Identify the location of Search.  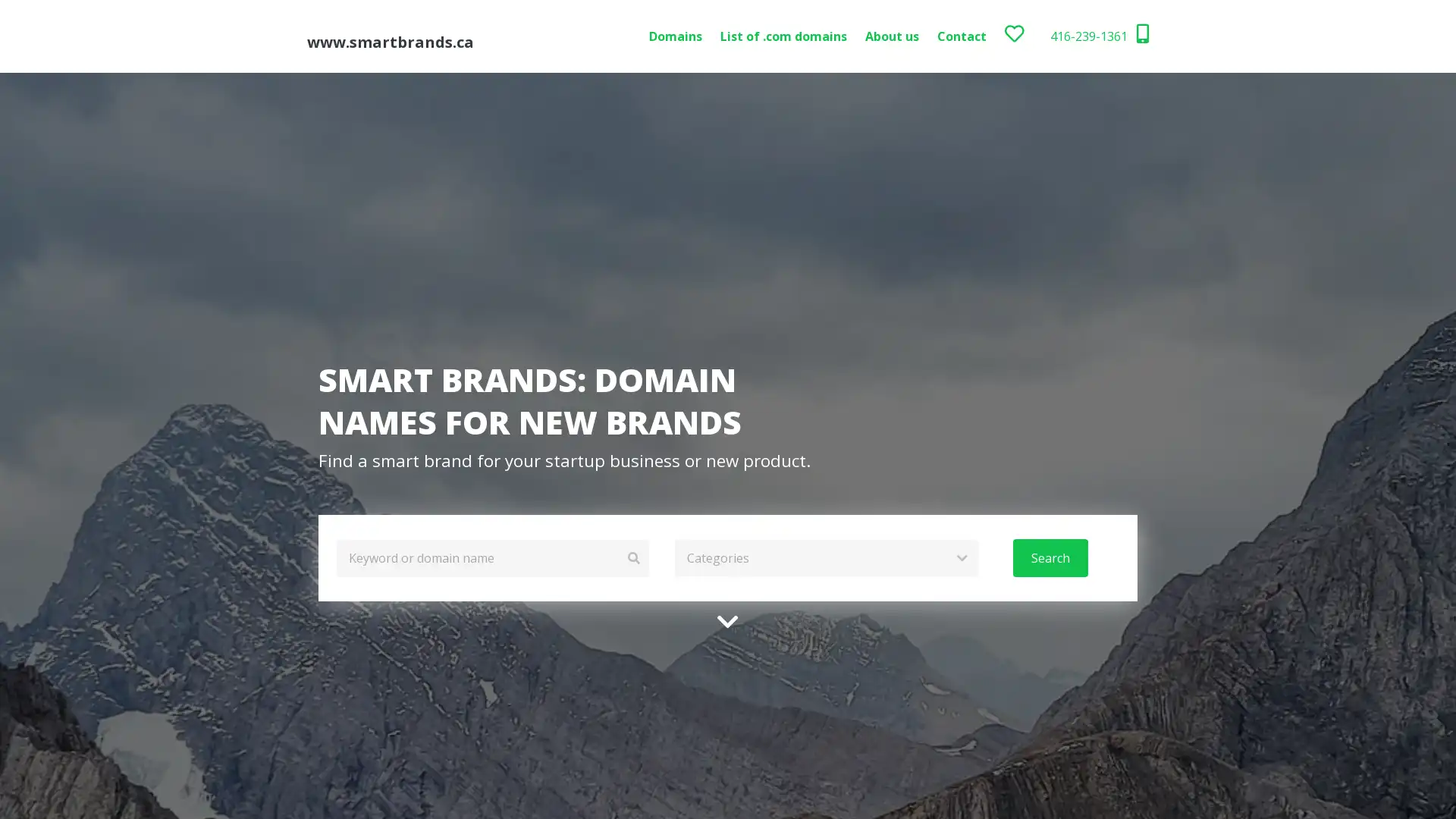
(1049, 557).